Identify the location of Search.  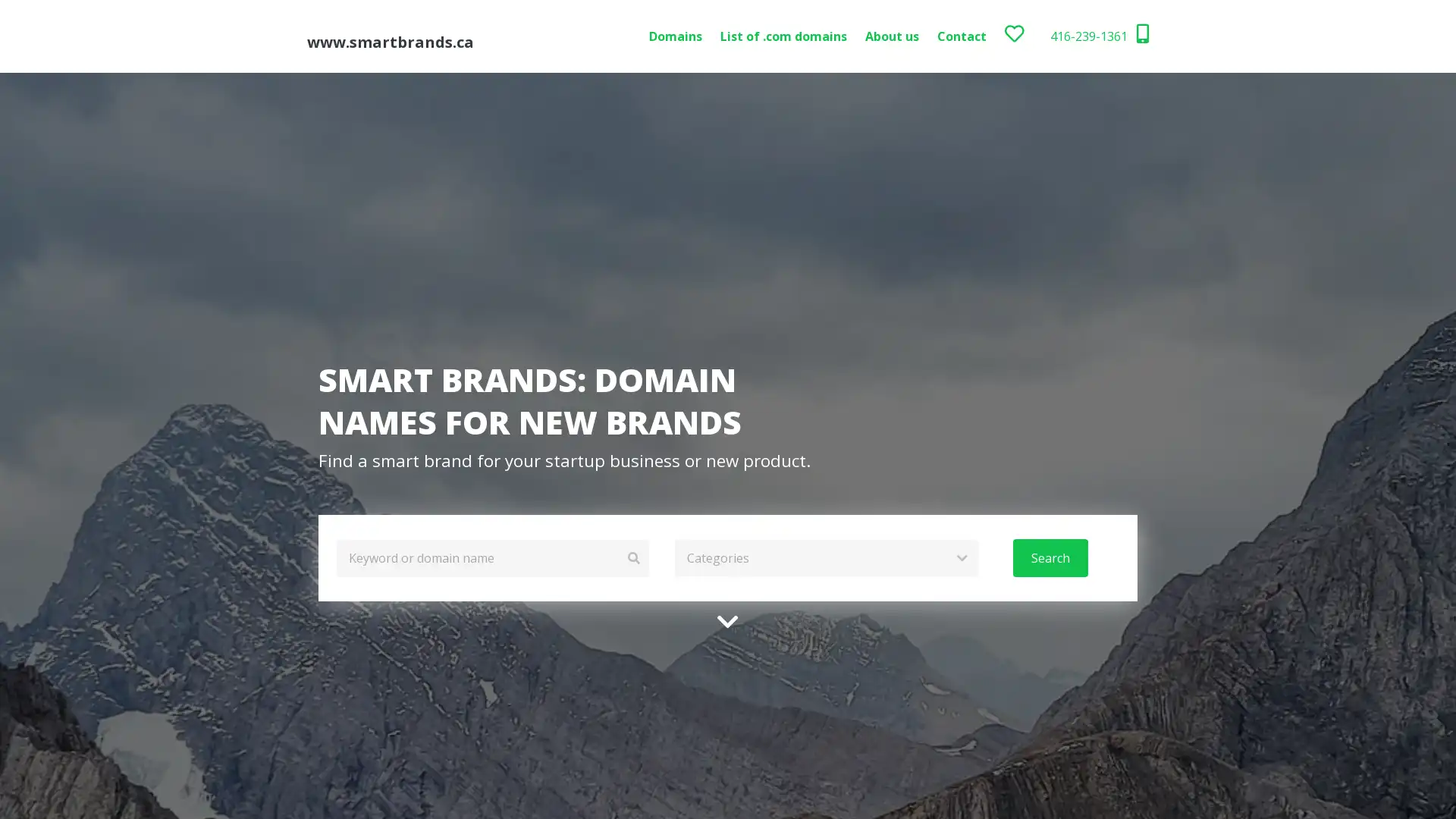
(1049, 557).